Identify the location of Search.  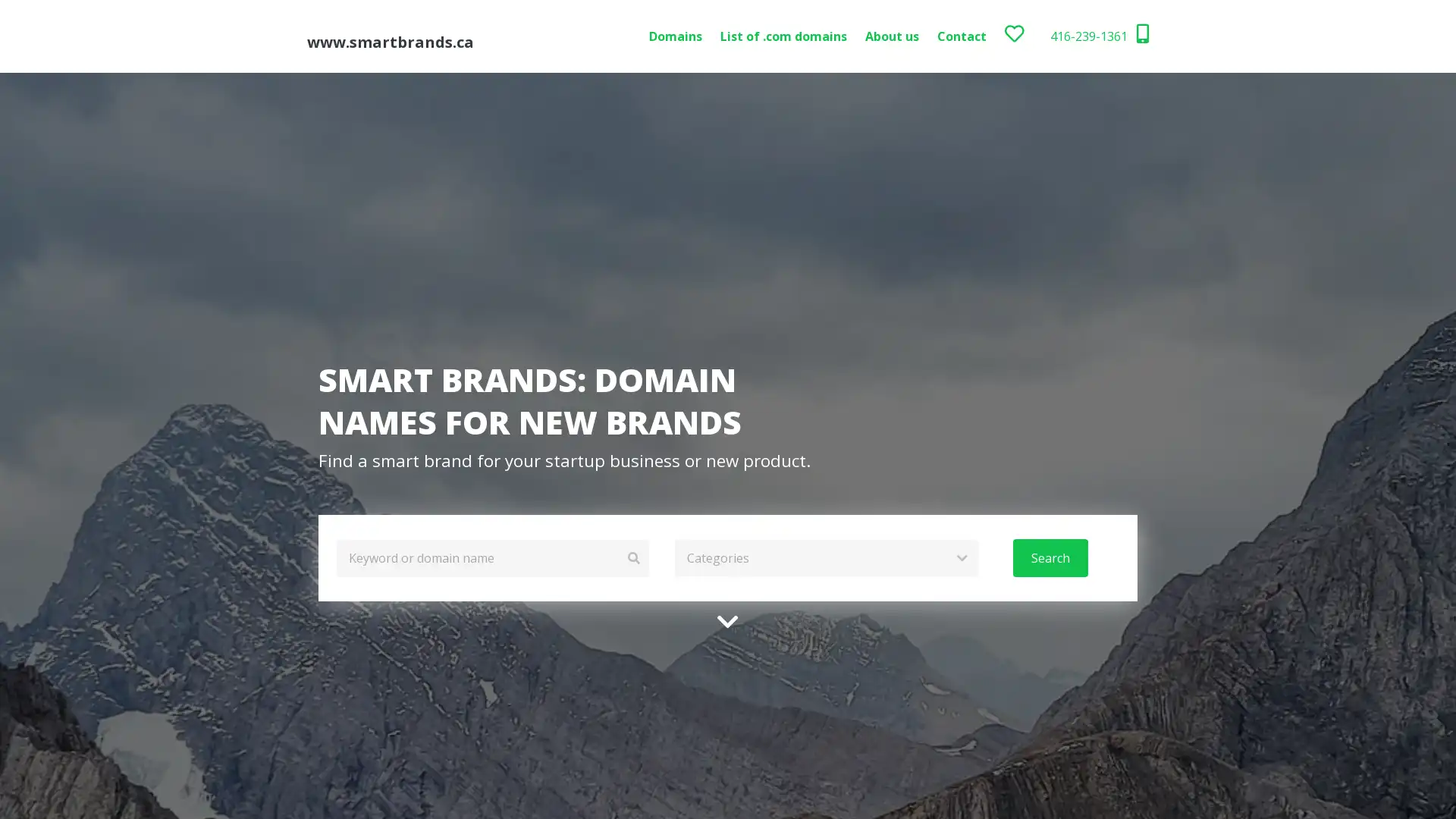
(1049, 557).